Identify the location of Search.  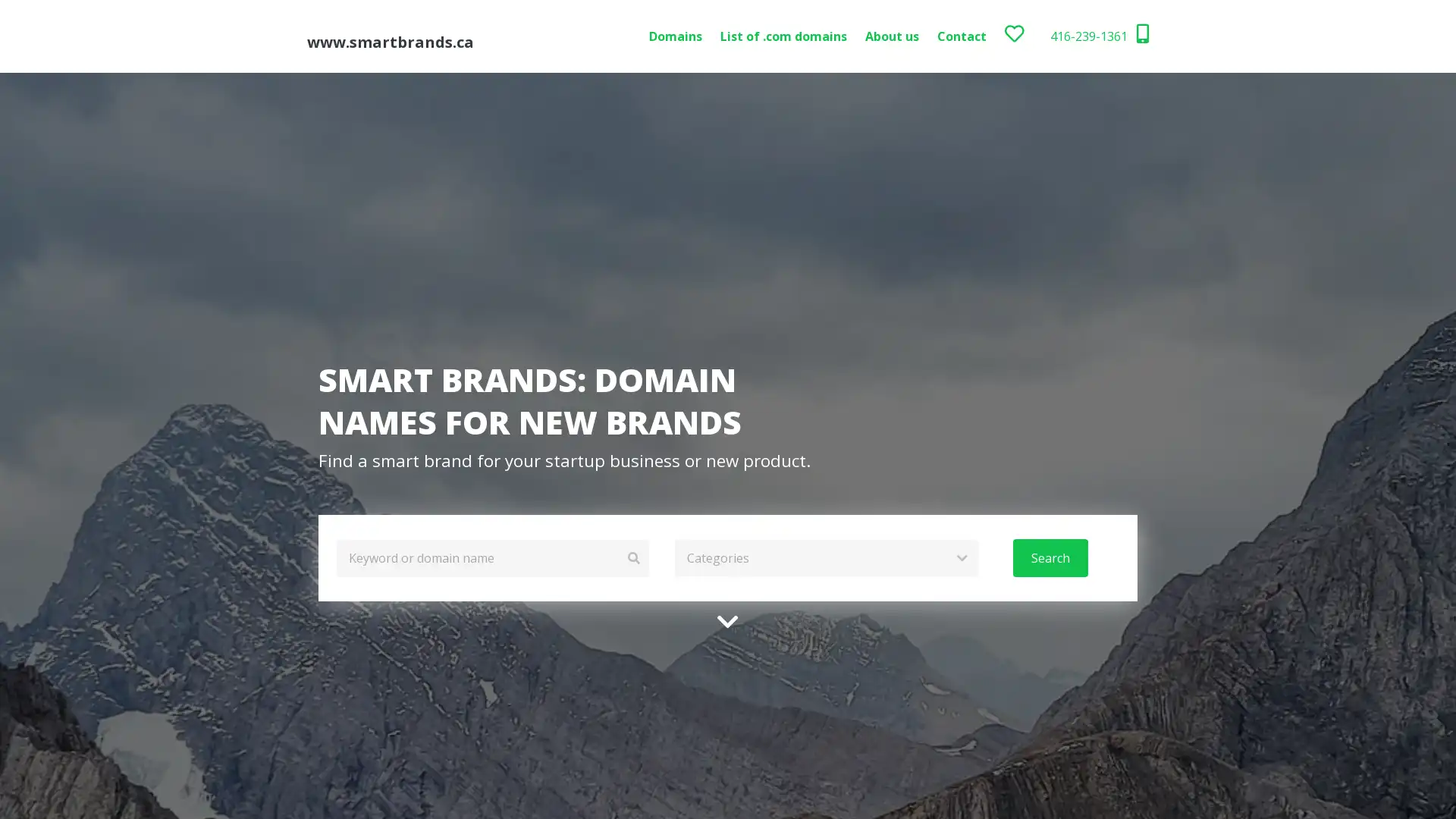
(1049, 557).